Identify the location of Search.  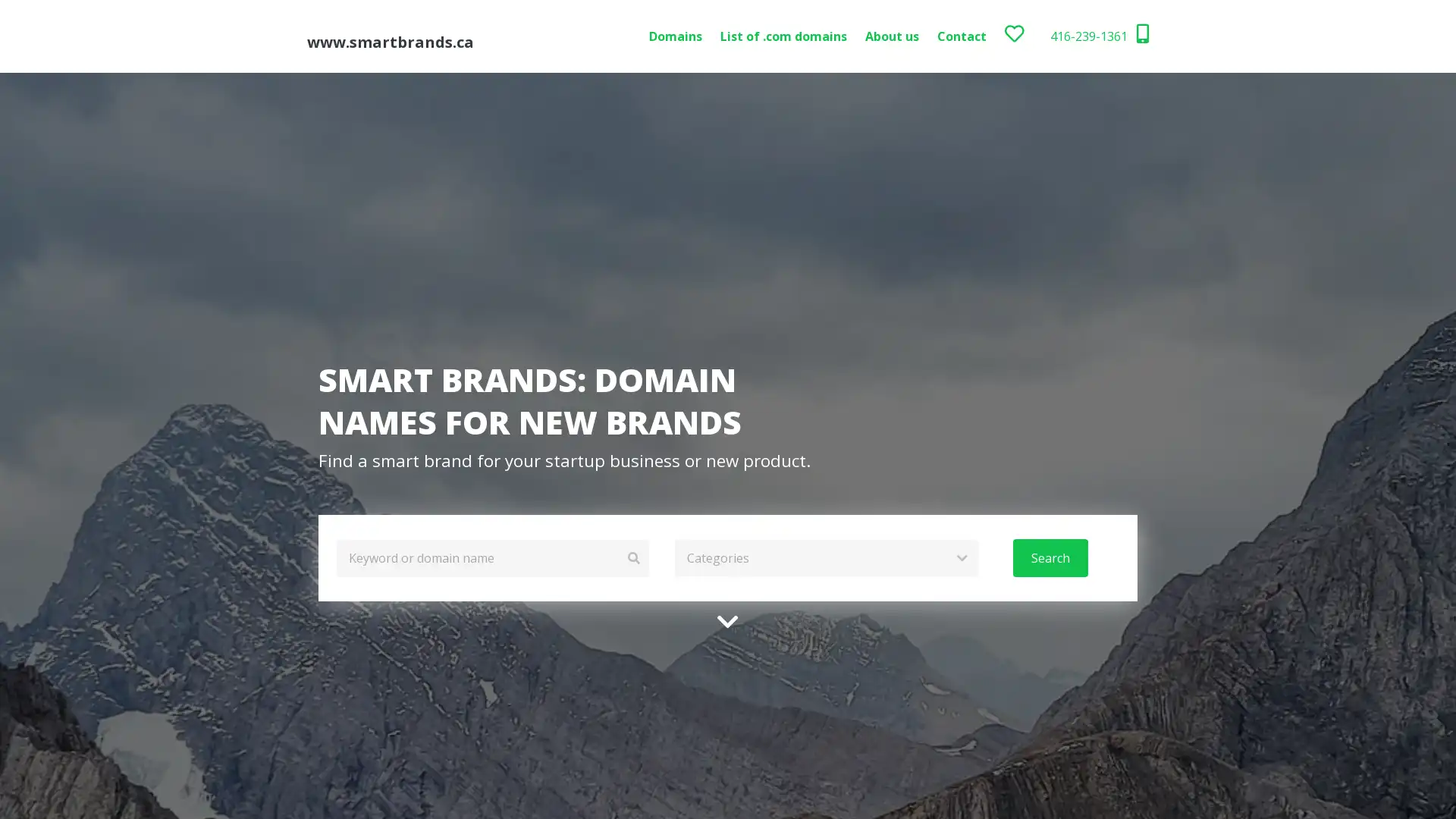
(1049, 557).